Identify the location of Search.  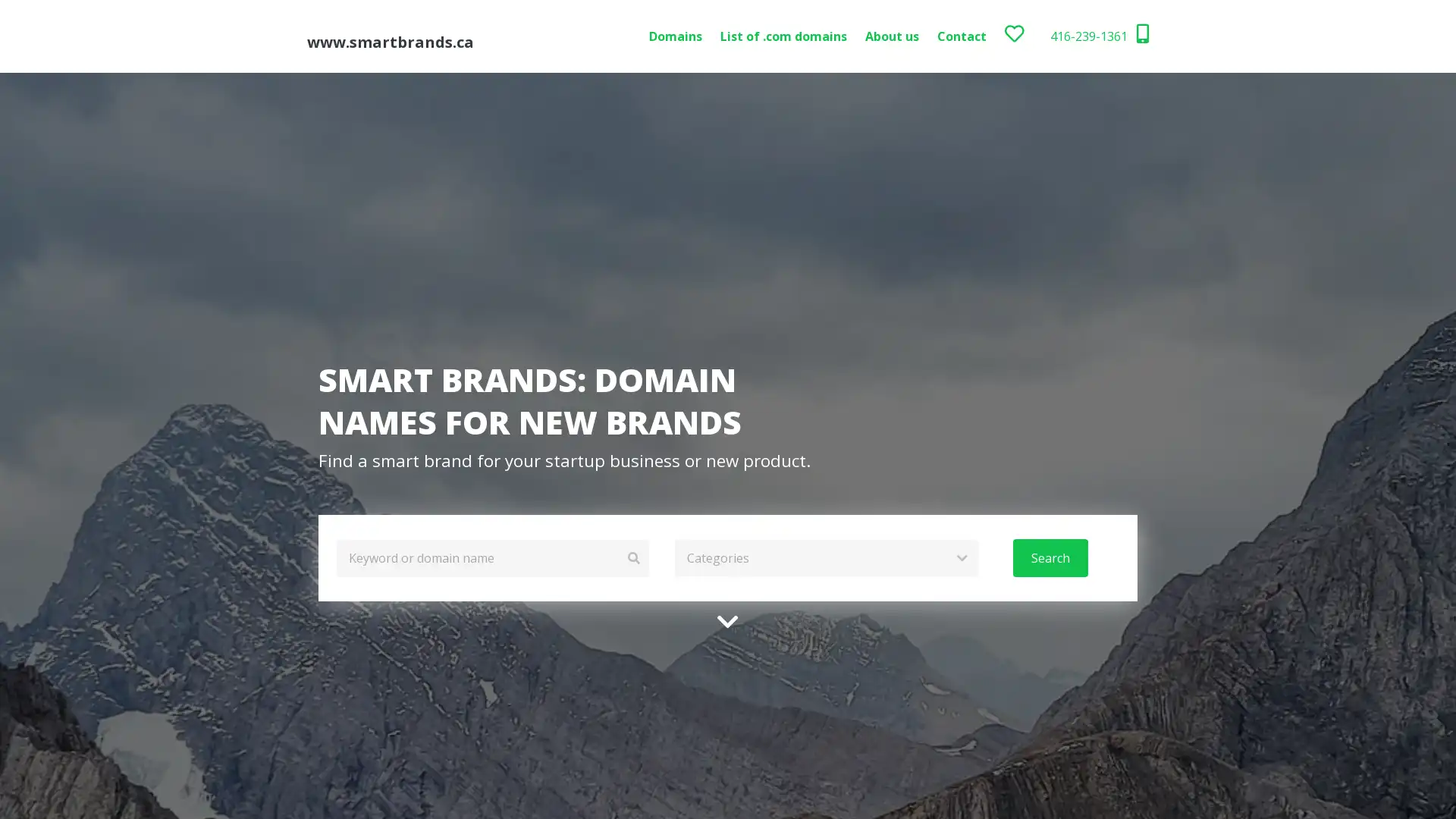
(1049, 557).